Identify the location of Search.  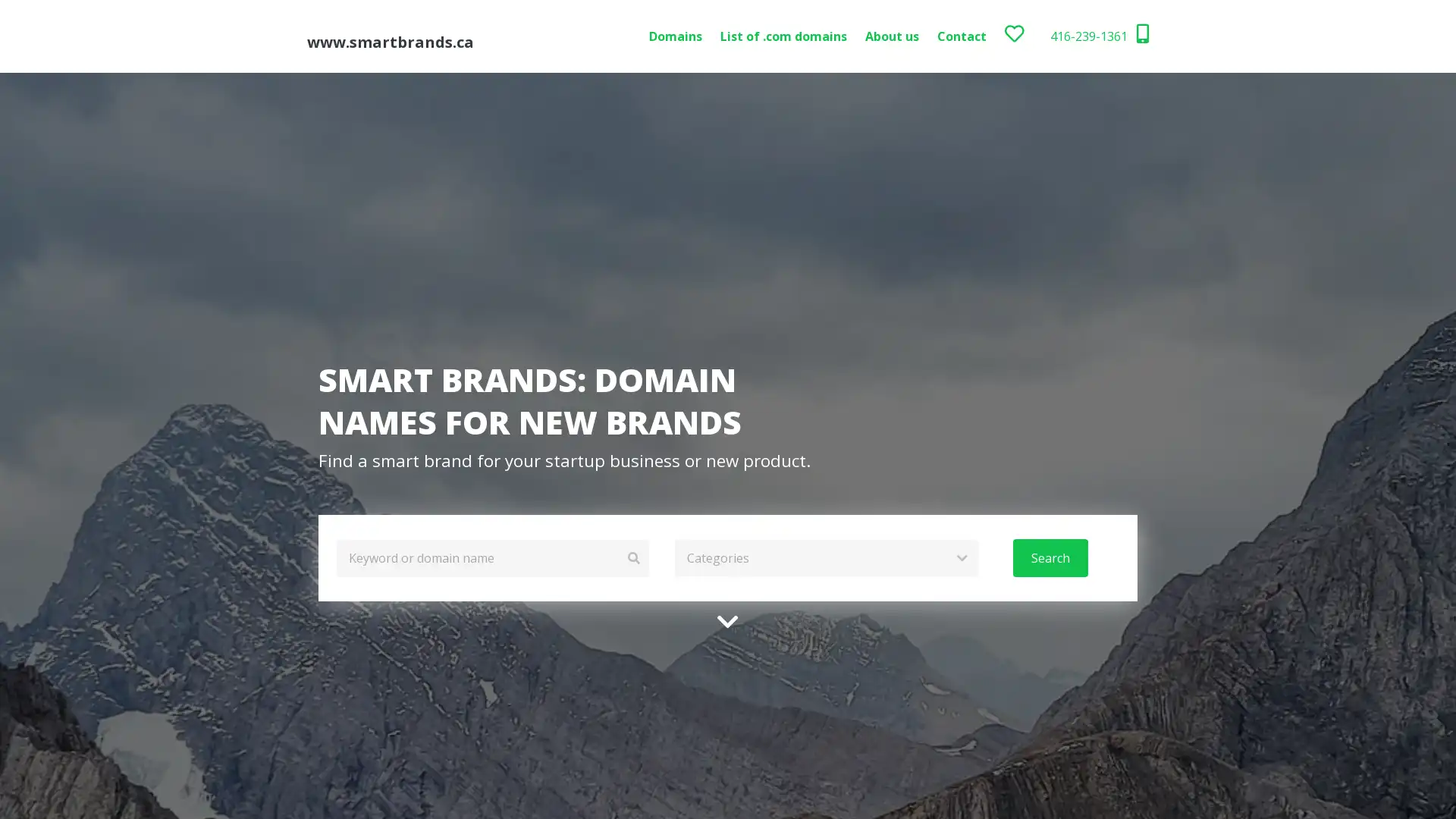
(1049, 557).